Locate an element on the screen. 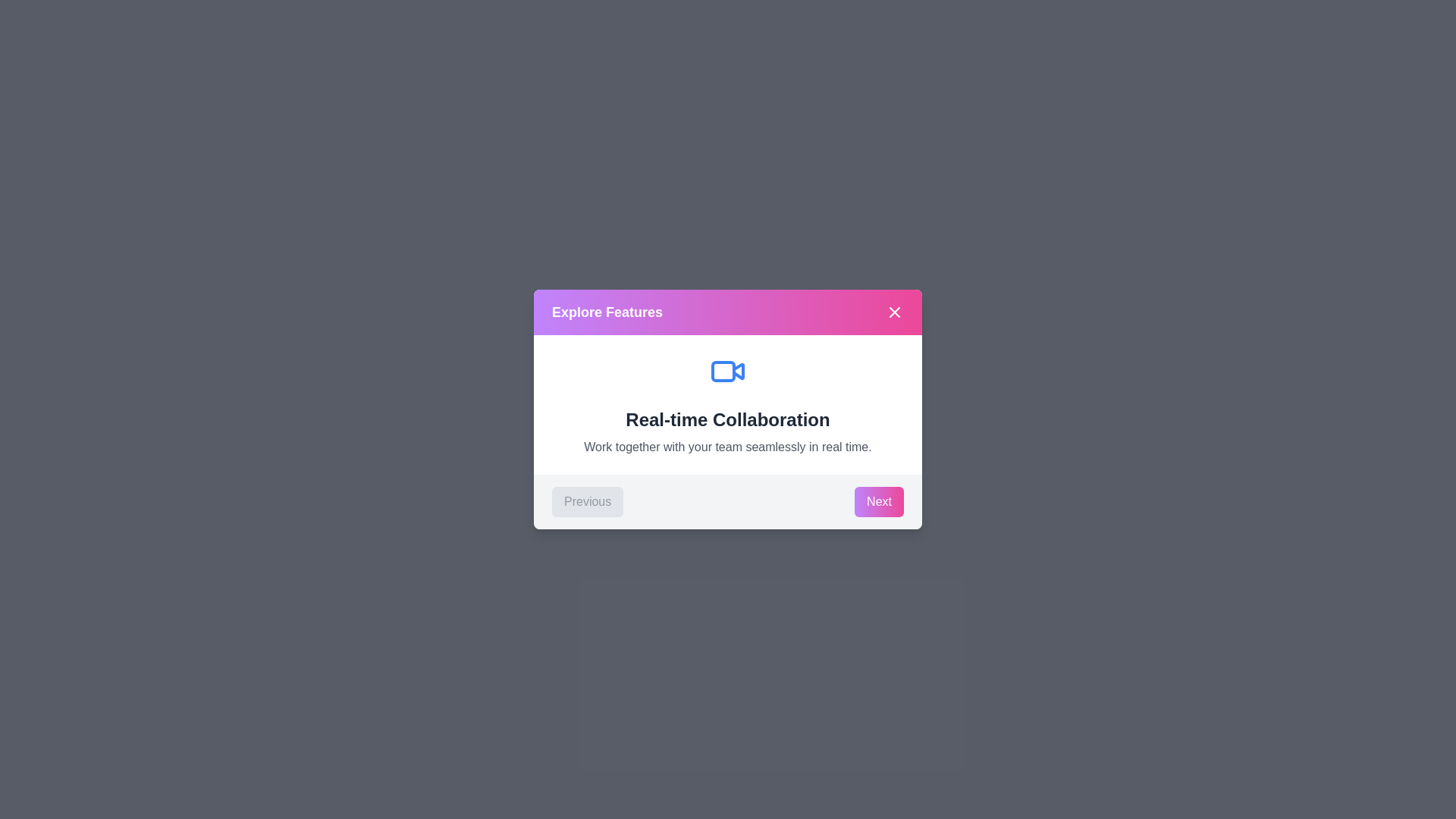  the decorative video camera icon located at the center of the dialog box, which is part of the body of the camera icon above the text 'Real-time Collaboration' is located at coordinates (723, 371).